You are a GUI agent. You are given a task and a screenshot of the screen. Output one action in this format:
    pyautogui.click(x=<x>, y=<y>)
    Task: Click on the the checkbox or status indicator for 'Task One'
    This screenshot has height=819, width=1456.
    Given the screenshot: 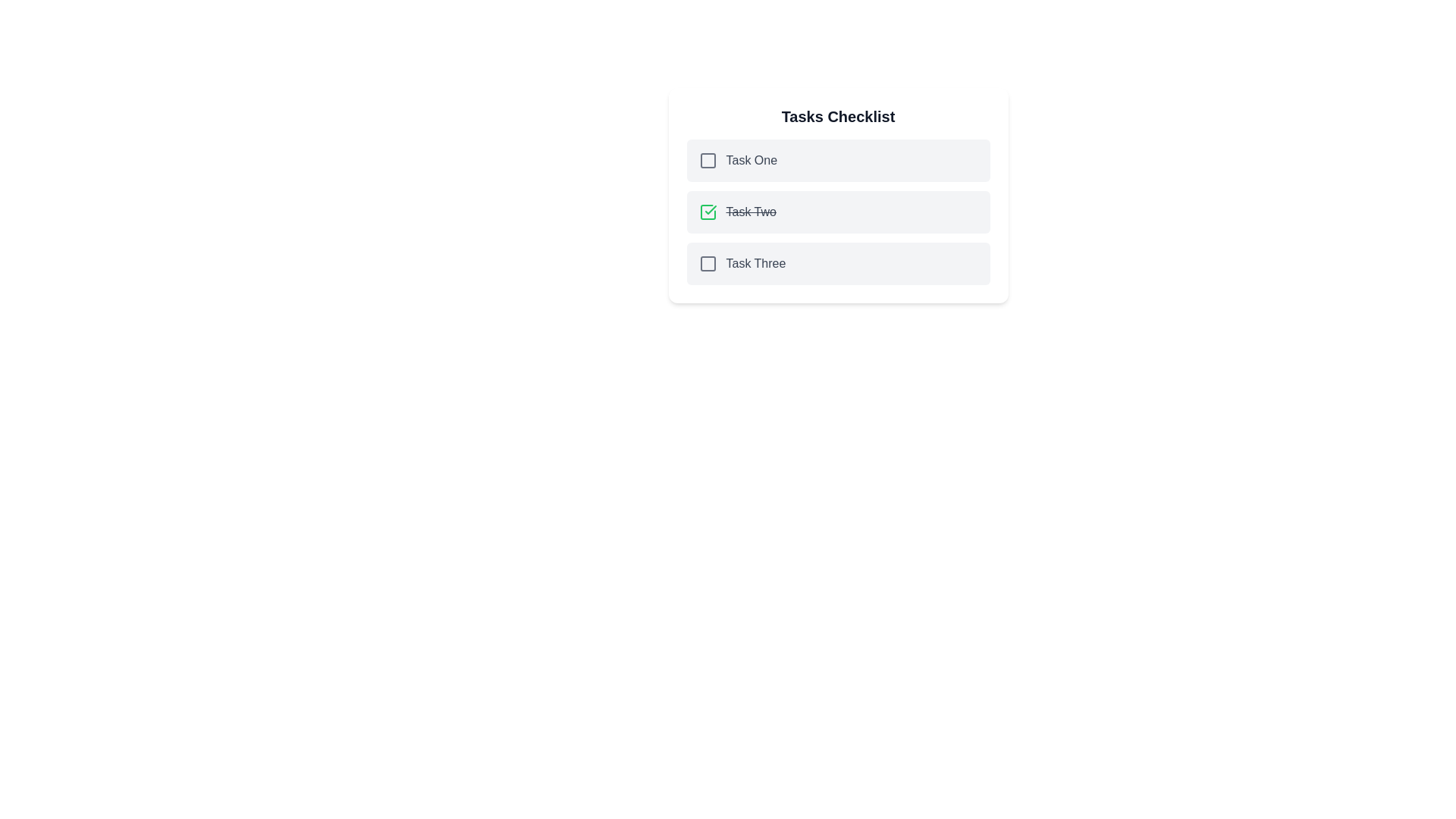 What is the action you would take?
    pyautogui.click(x=707, y=161)
    